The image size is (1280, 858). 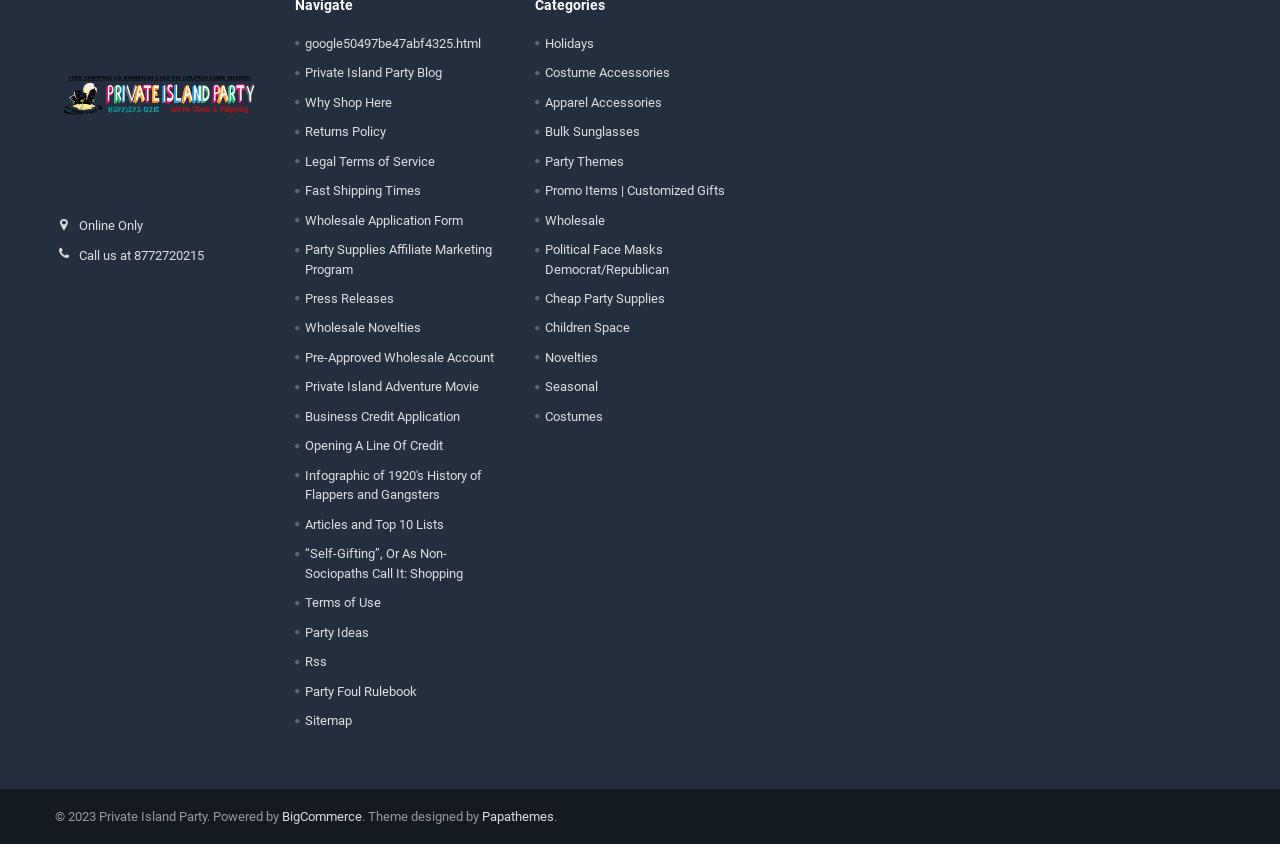 What do you see at coordinates (327, 733) in the screenshot?
I see `'Sitemap'` at bounding box center [327, 733].